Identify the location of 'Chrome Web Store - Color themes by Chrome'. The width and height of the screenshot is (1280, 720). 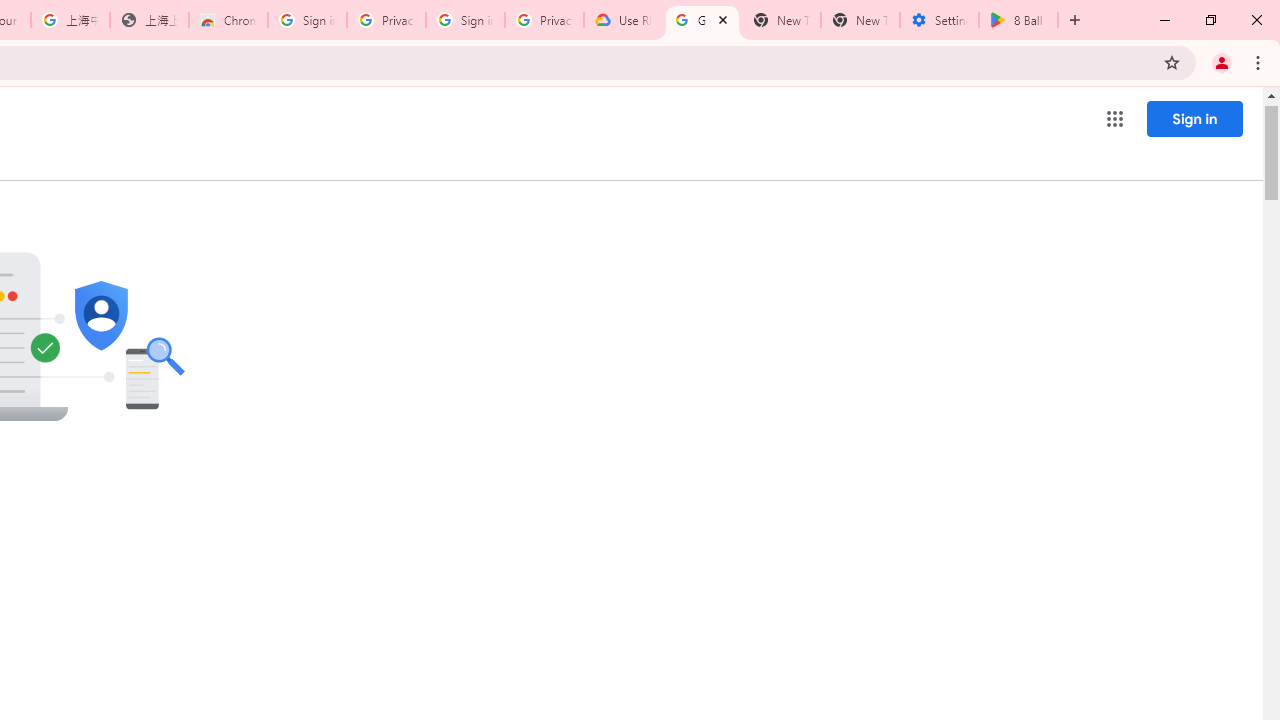
(228, 20).